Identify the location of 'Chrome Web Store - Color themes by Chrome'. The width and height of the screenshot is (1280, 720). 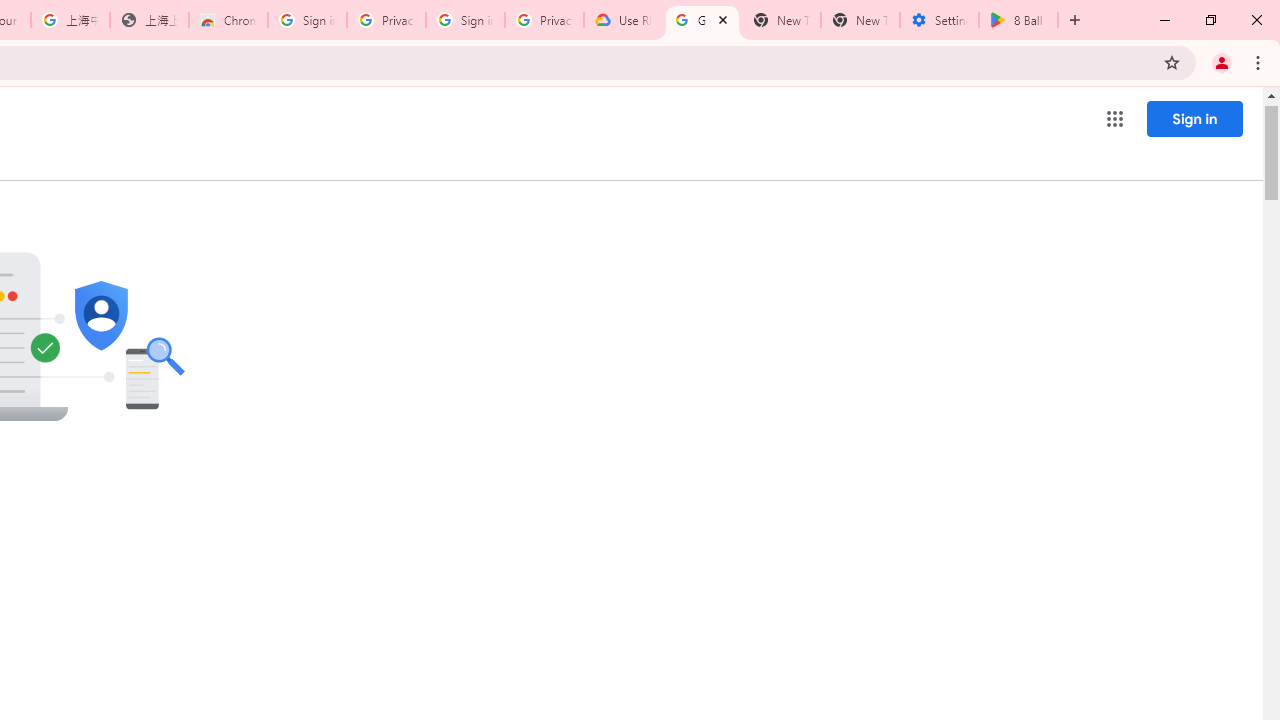
(228, 20).